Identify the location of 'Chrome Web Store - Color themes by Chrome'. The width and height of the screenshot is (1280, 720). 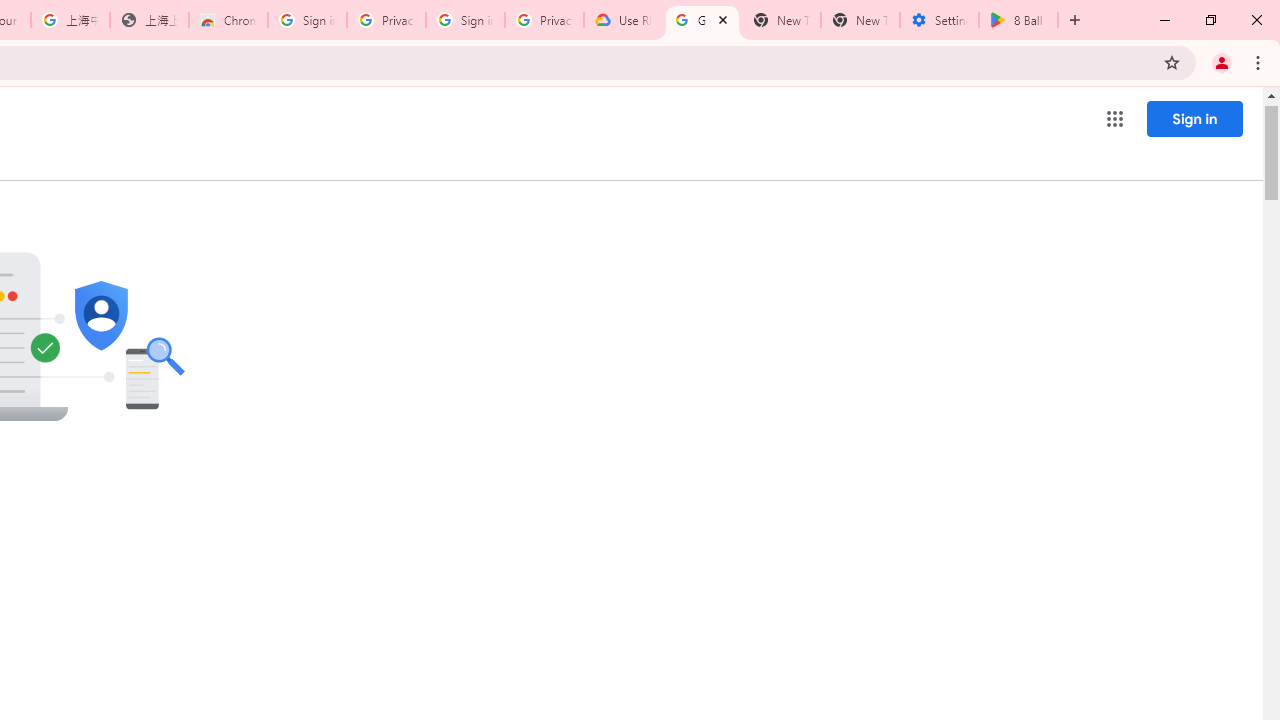
(228, 20).